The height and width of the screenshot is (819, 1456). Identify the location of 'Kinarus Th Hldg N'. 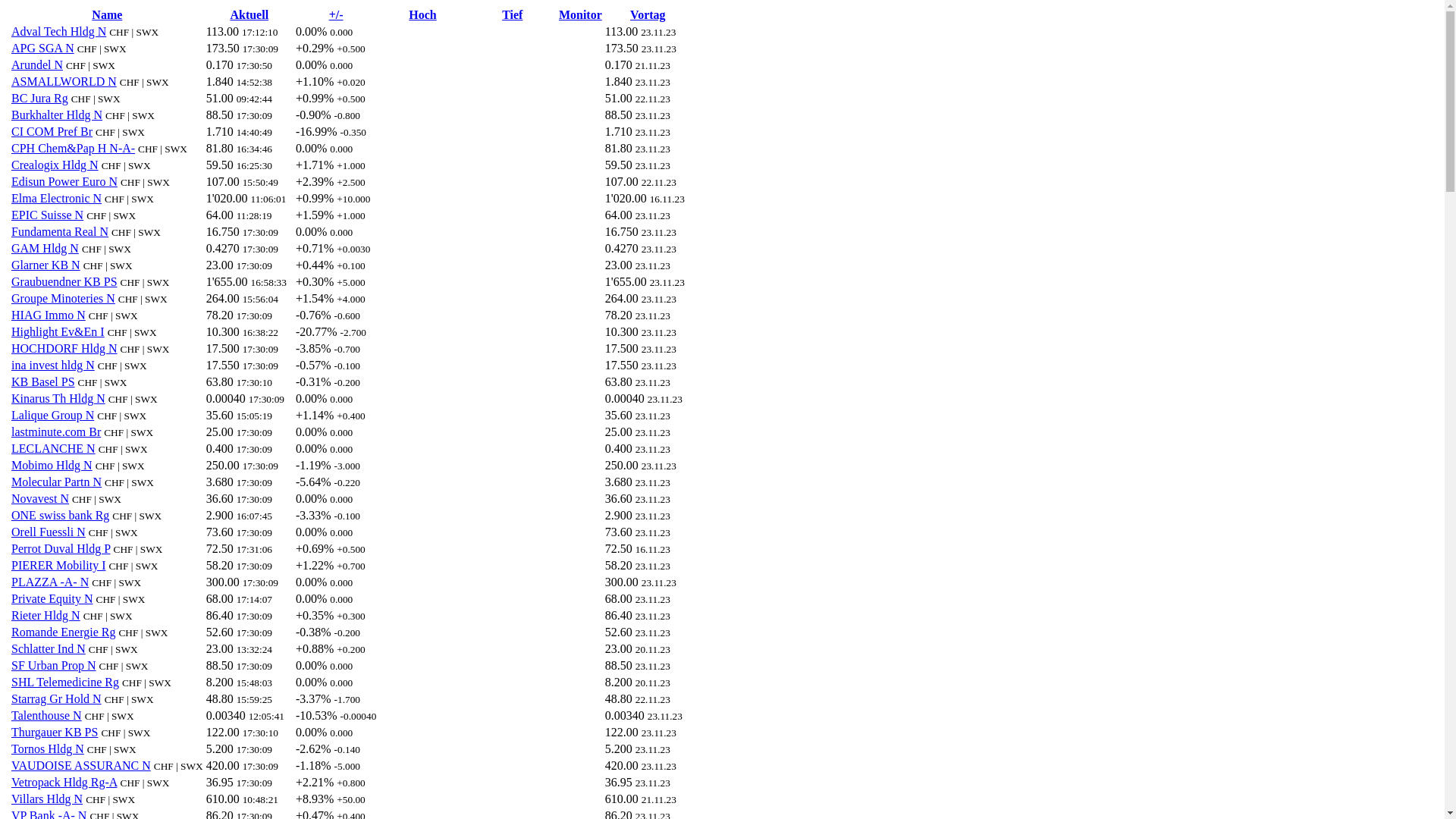
(11, 397).